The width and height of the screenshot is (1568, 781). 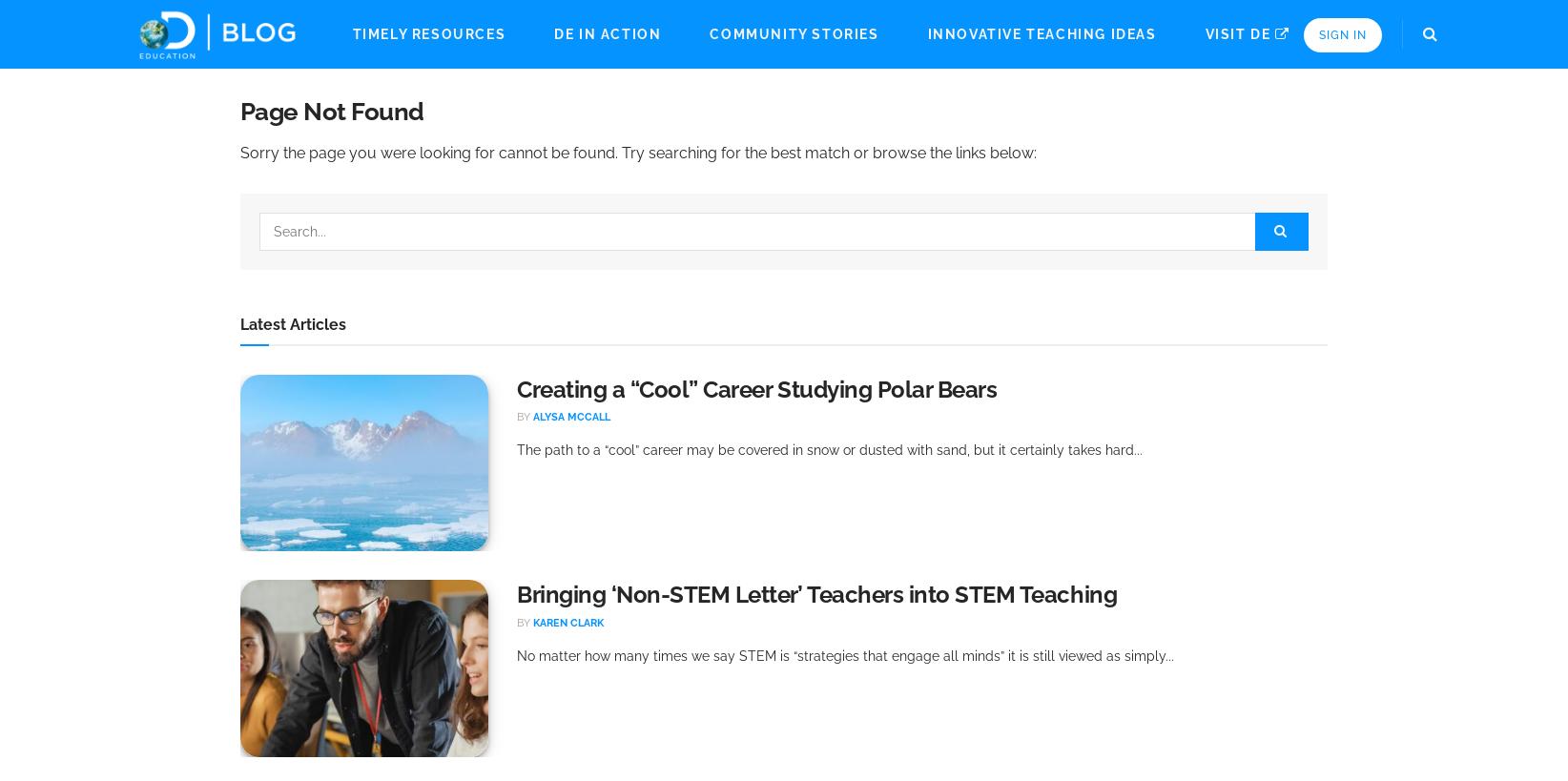 What do you see at coordinates (293, 323) in the screenshot?
I see `'Latest Articles'` at bounding box center [293, 323].